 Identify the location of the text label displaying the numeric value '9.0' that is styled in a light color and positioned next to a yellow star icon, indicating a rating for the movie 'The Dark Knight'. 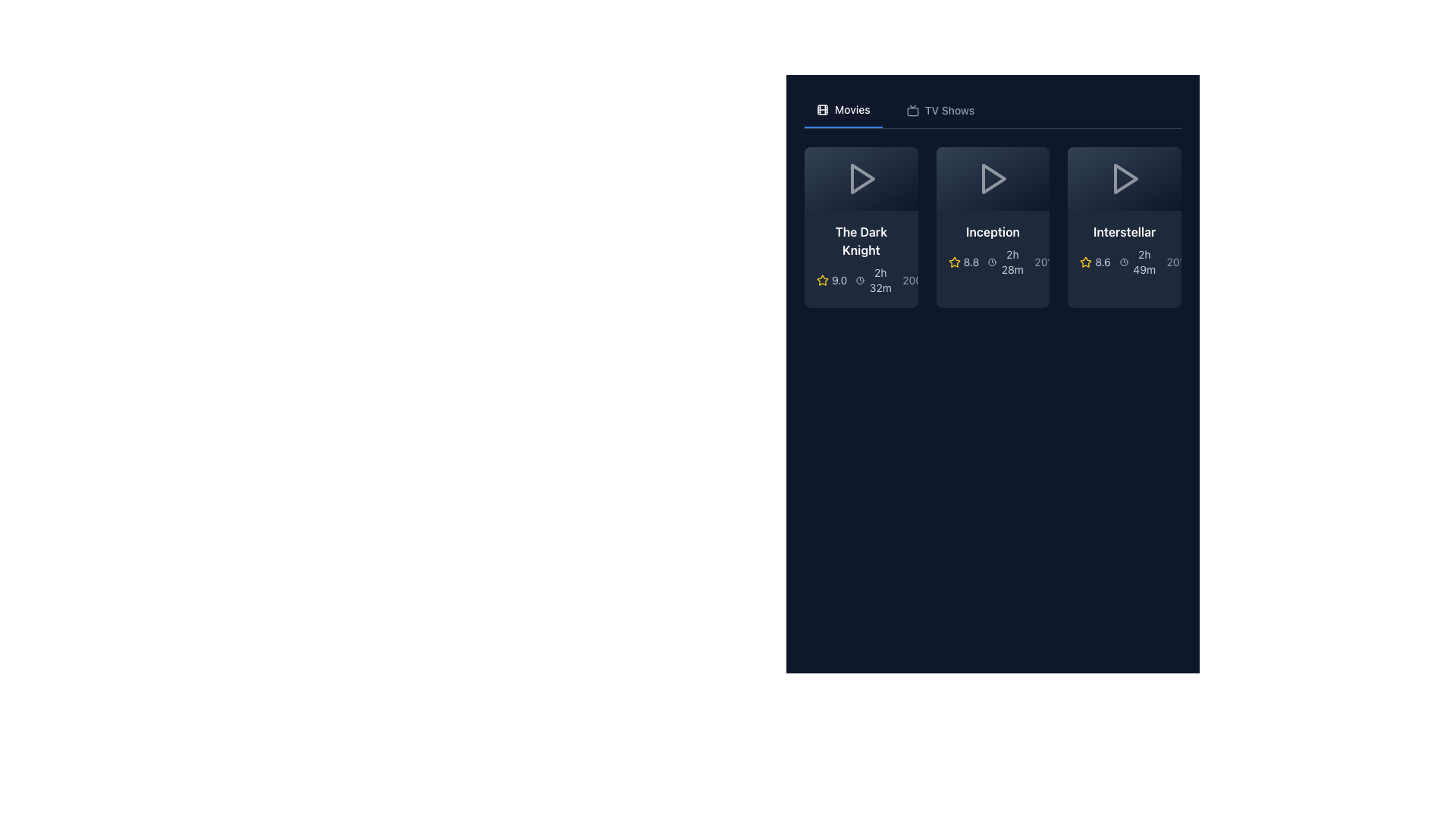
(839, 281).